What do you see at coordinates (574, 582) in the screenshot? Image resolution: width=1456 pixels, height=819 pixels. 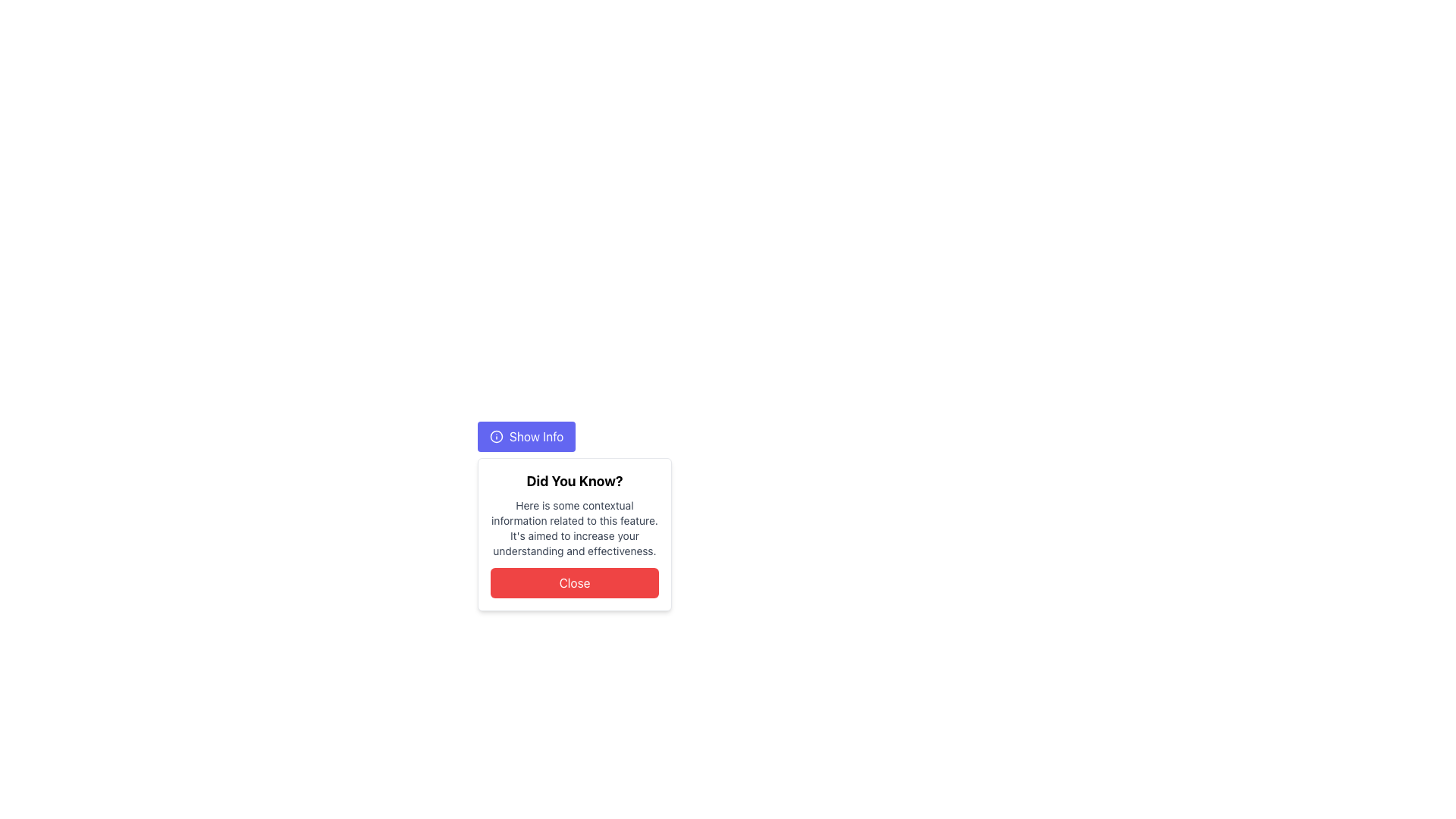 I see `the 'Close' button with a red background and white text` at bounding box center [574, 582].